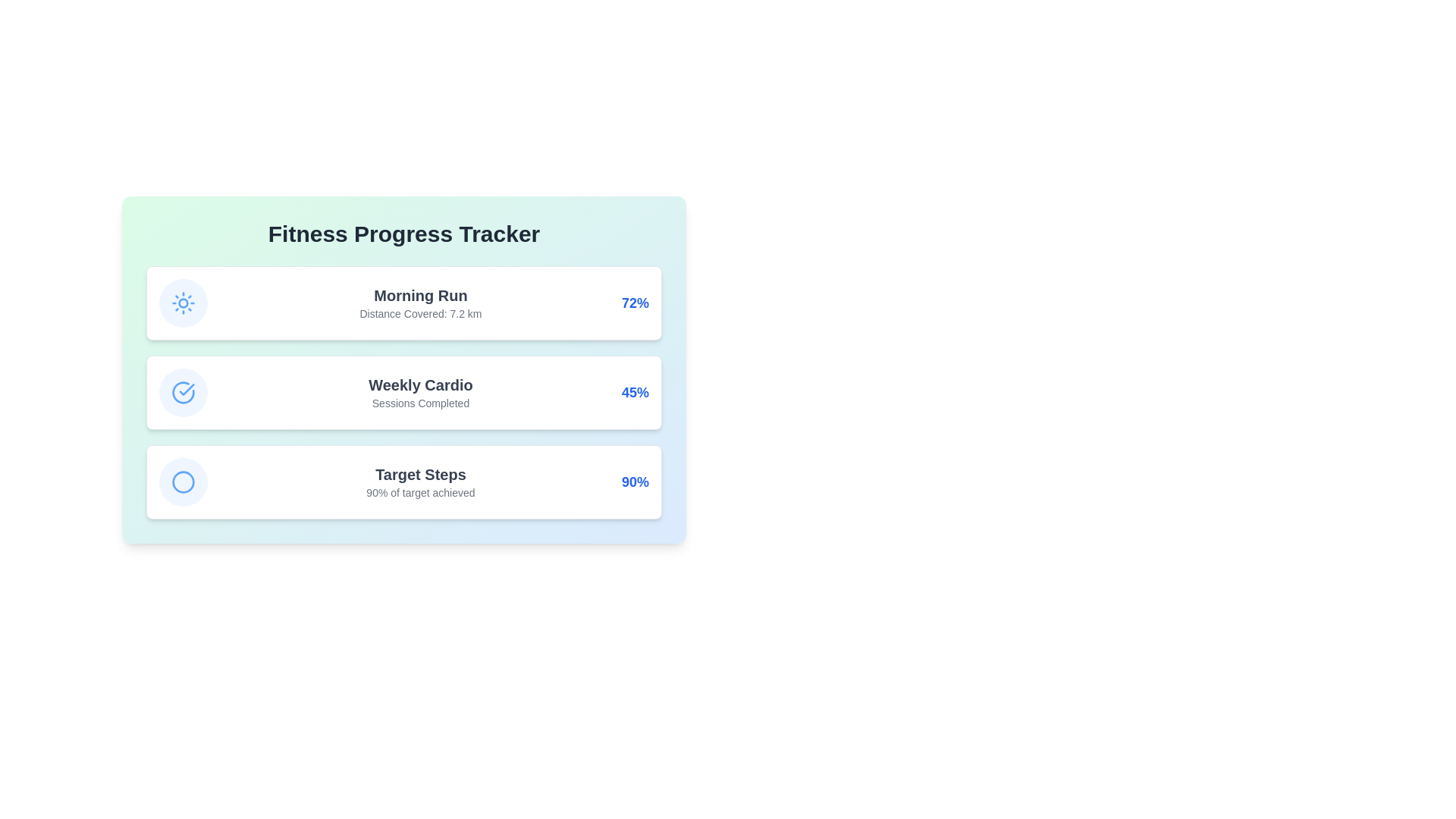  What do you see at coordinates (421, 403) in the screenshot?
I see `the Text Label that provides supplementary information for 'Weekly Cardio', positioned directly below the title and above the percentage indicator '45%'` at bounding box center [421, 403].